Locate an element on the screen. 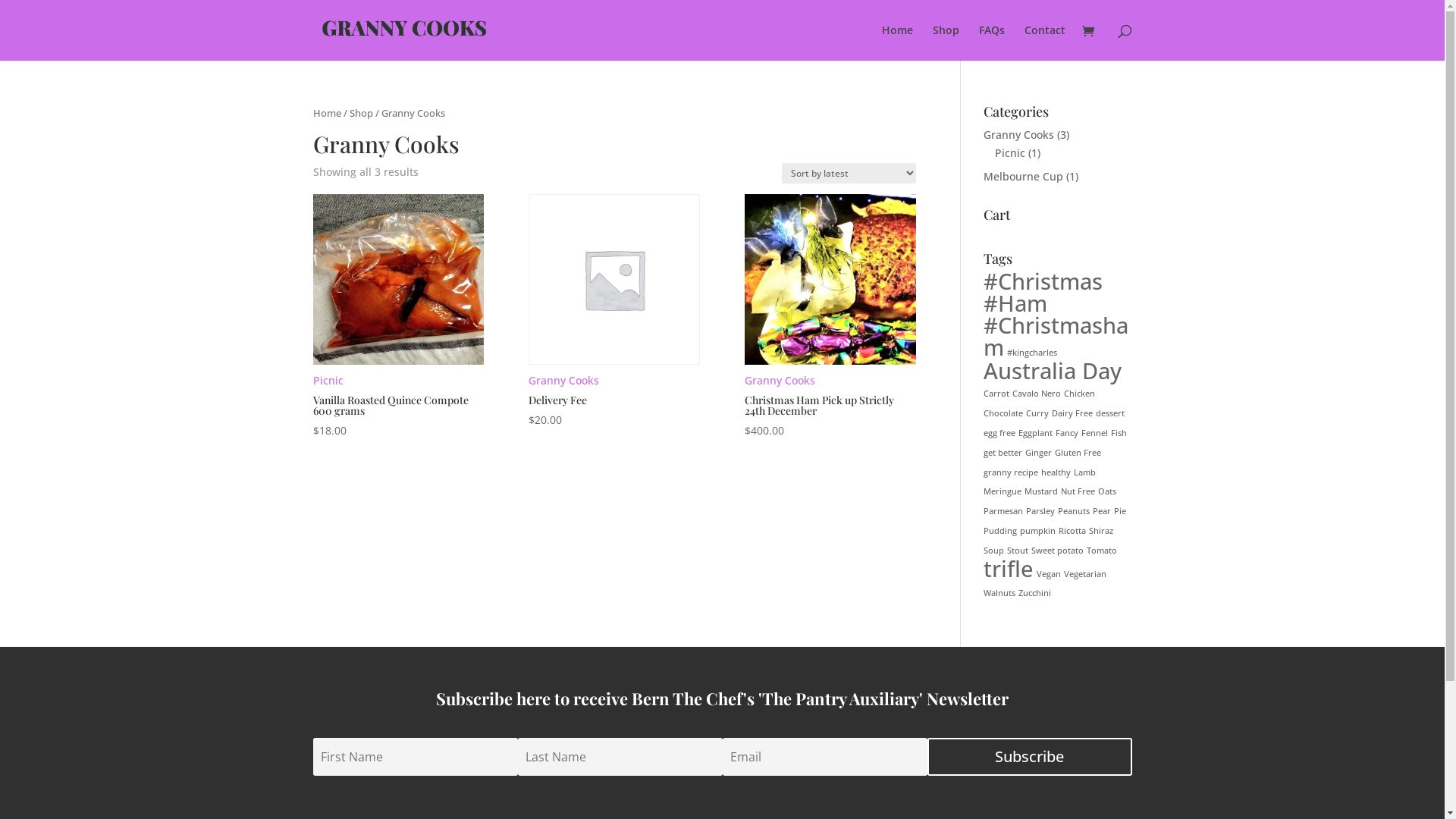 This screenshot has width=1456, height=819. 'Meringue' is located at coordinates (1002, 491).